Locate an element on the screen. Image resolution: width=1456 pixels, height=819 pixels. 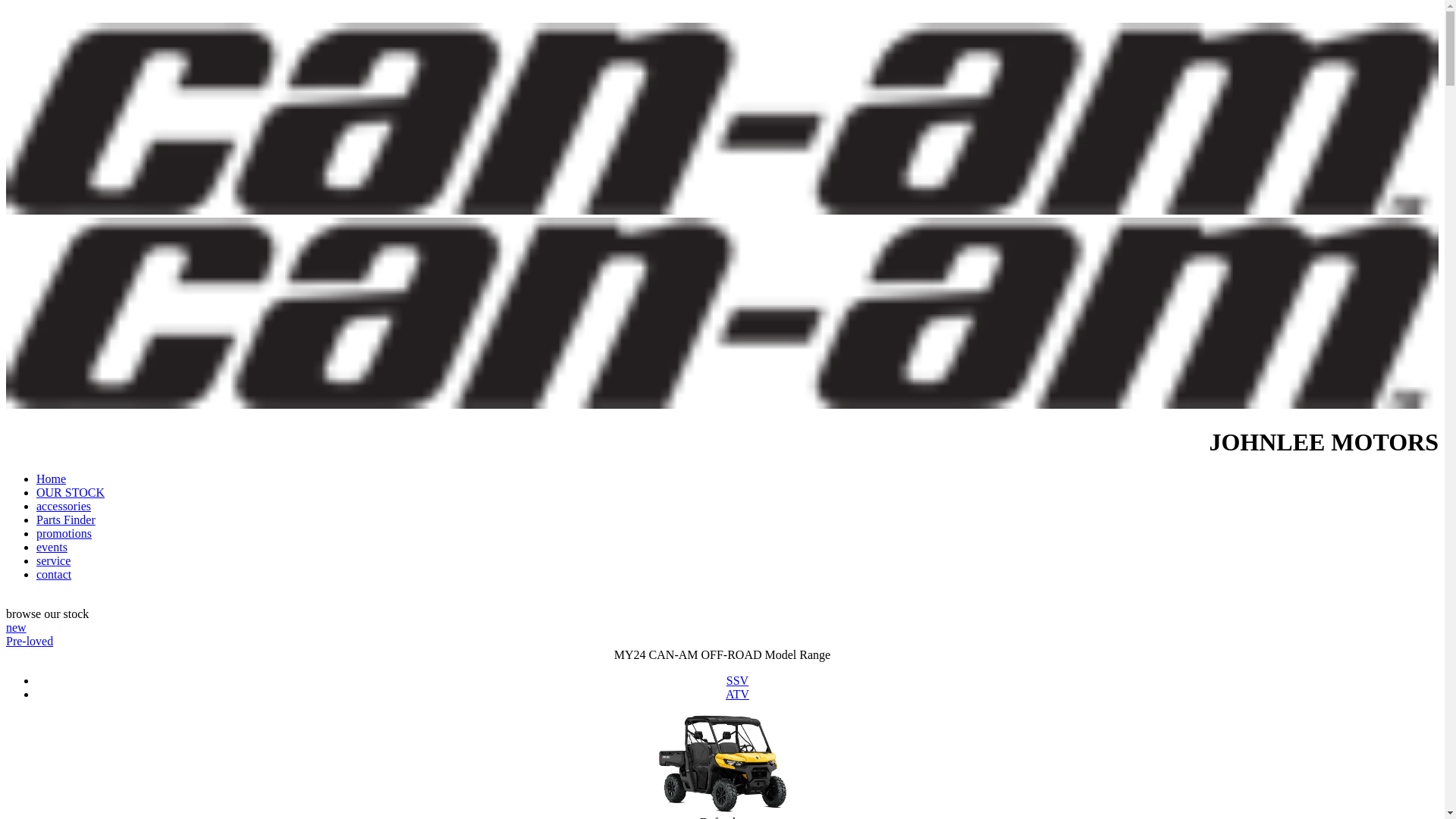
'Home' is located at coordinates (51, 479).